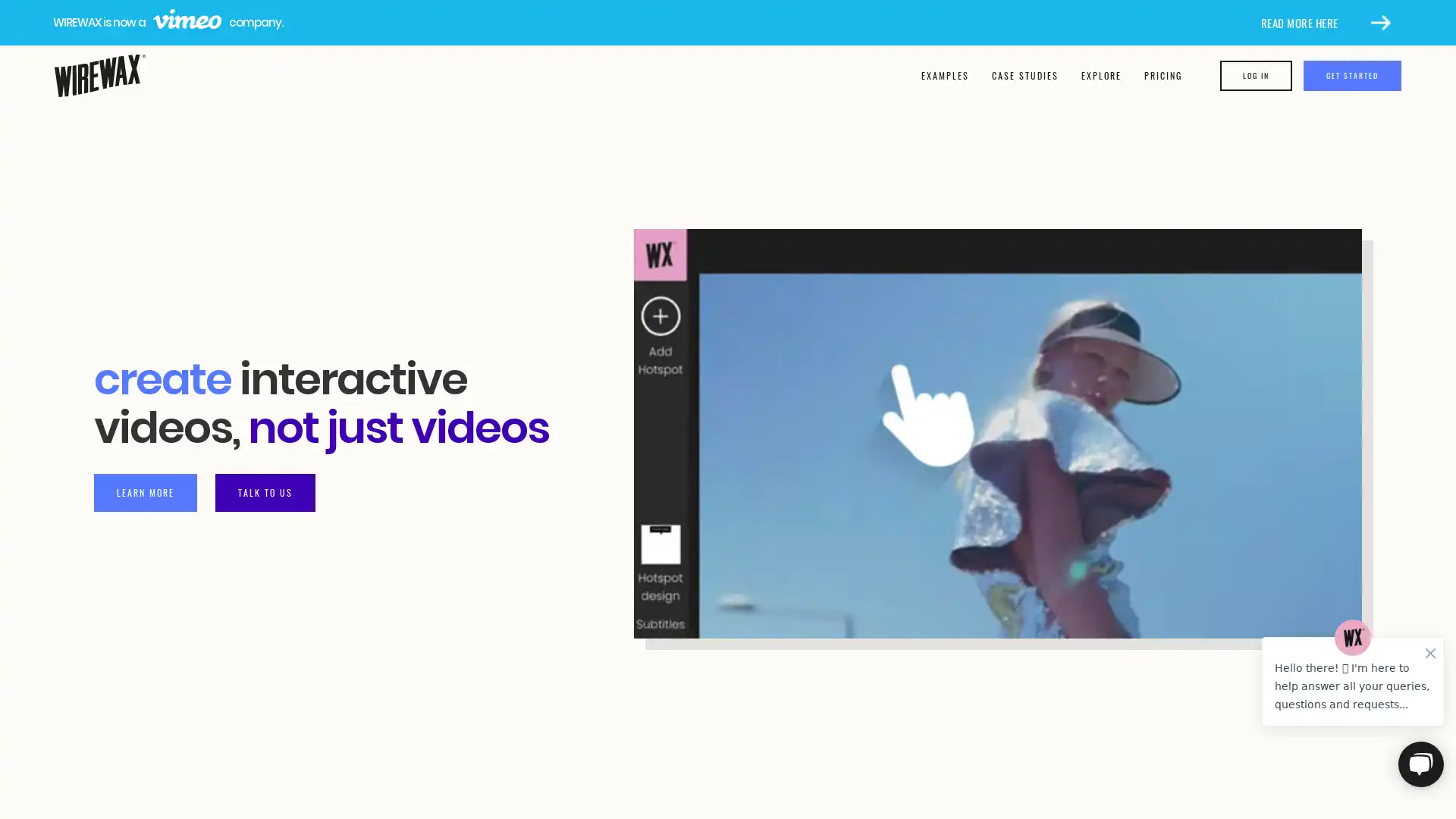 This screenshot has width=1456, height=819. Describe the element at coordinates (146, 491) in the screenshot. I see `LEARN MORE` at that location.